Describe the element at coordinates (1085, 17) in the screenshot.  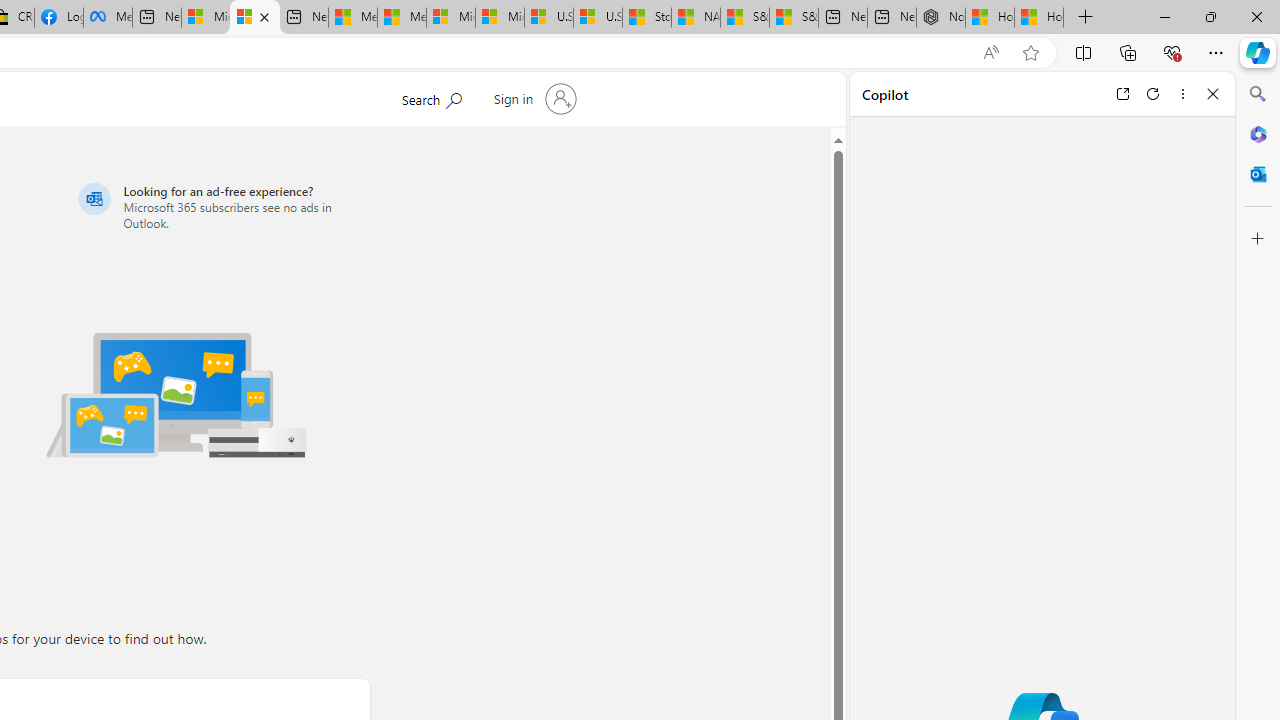
I see `'New Tab'` at that location.